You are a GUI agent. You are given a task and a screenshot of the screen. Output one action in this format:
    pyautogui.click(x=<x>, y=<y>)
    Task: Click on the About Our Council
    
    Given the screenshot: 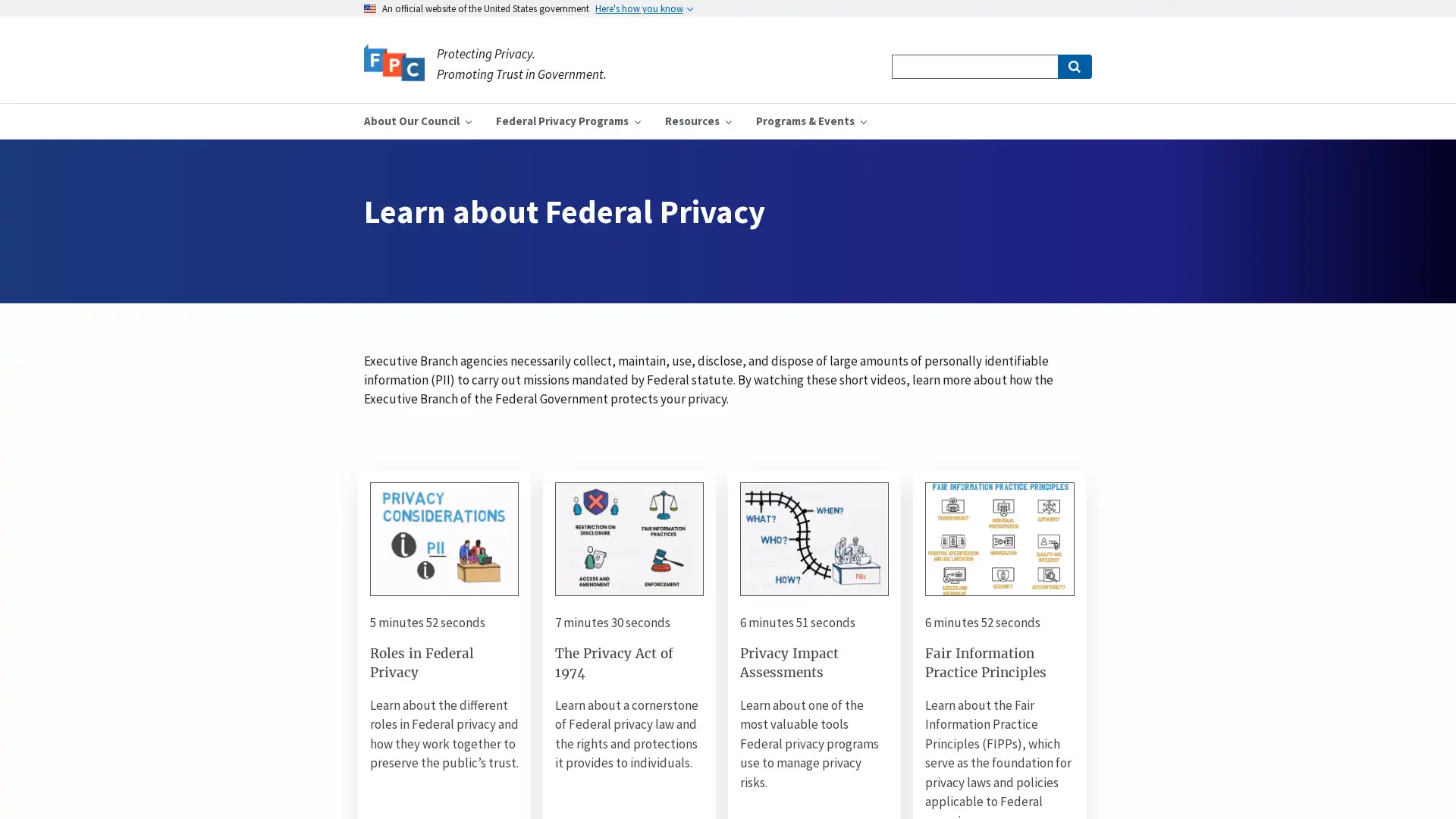 What is the action you would take?
    pyautogui.click(x=418, y=120)
    